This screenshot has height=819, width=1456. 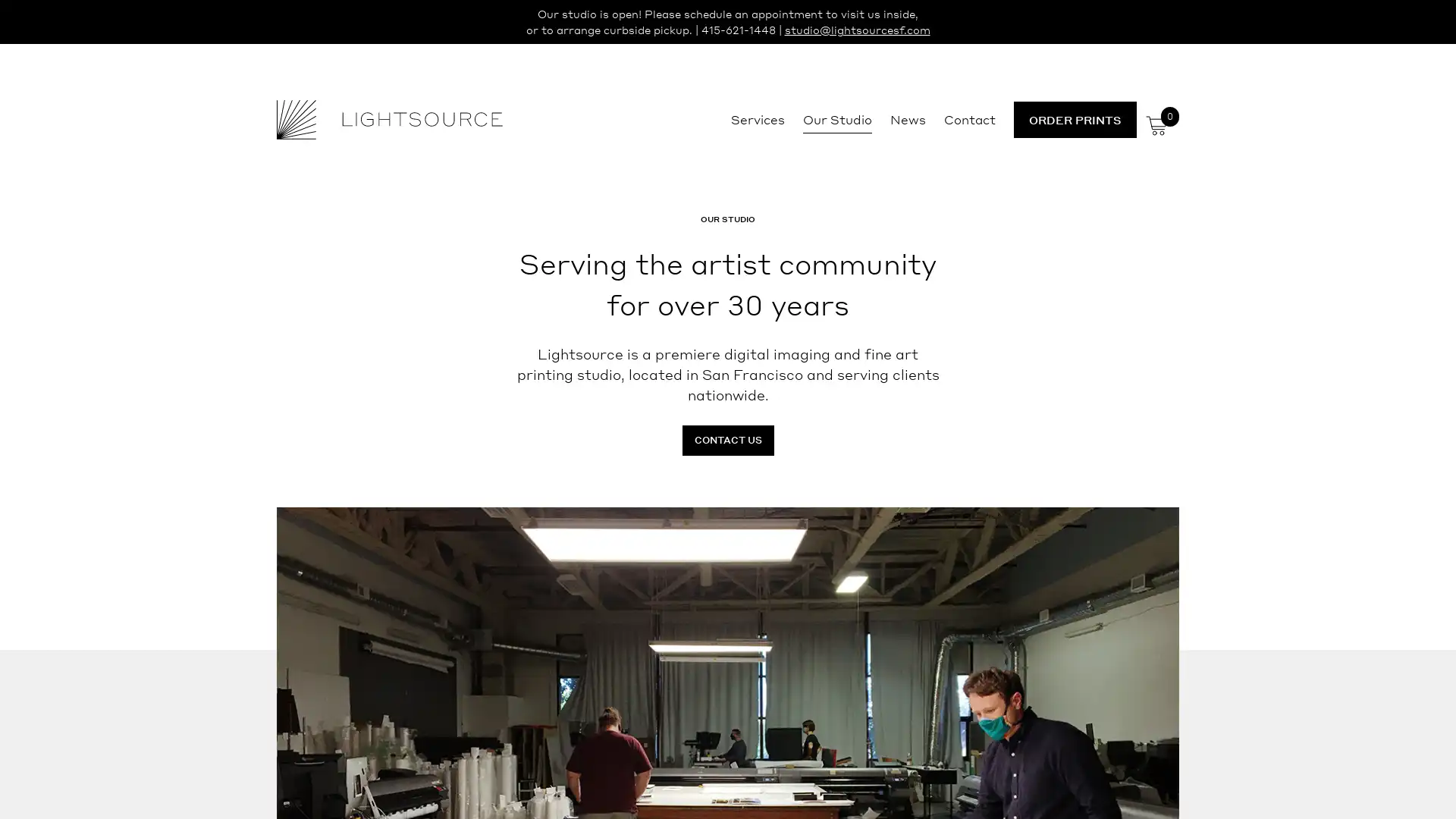 I want to click on Sign up, so click(x=870, y=528).